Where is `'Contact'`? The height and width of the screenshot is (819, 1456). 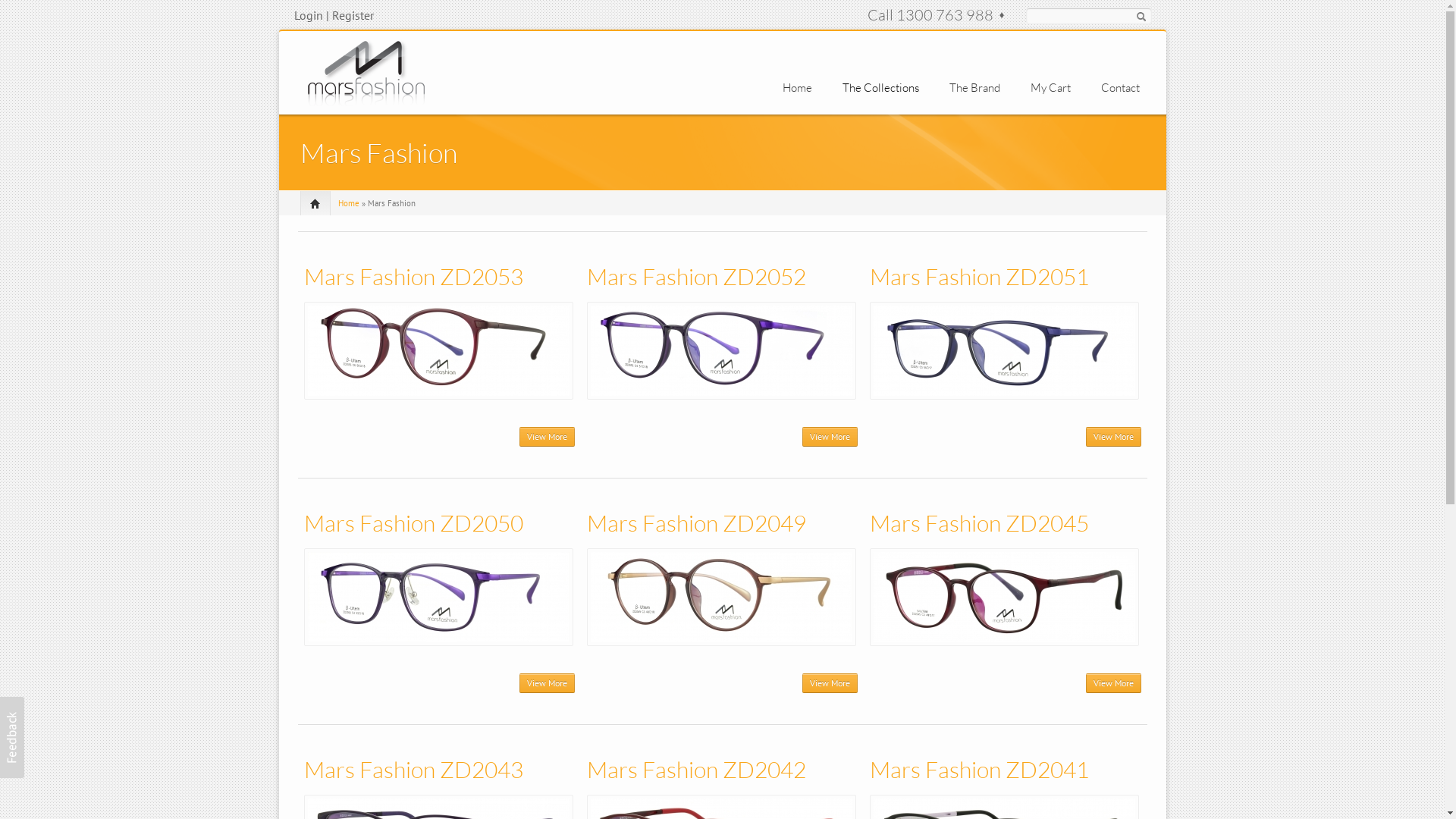 'Contact' is located at coordinates (1100, 87).